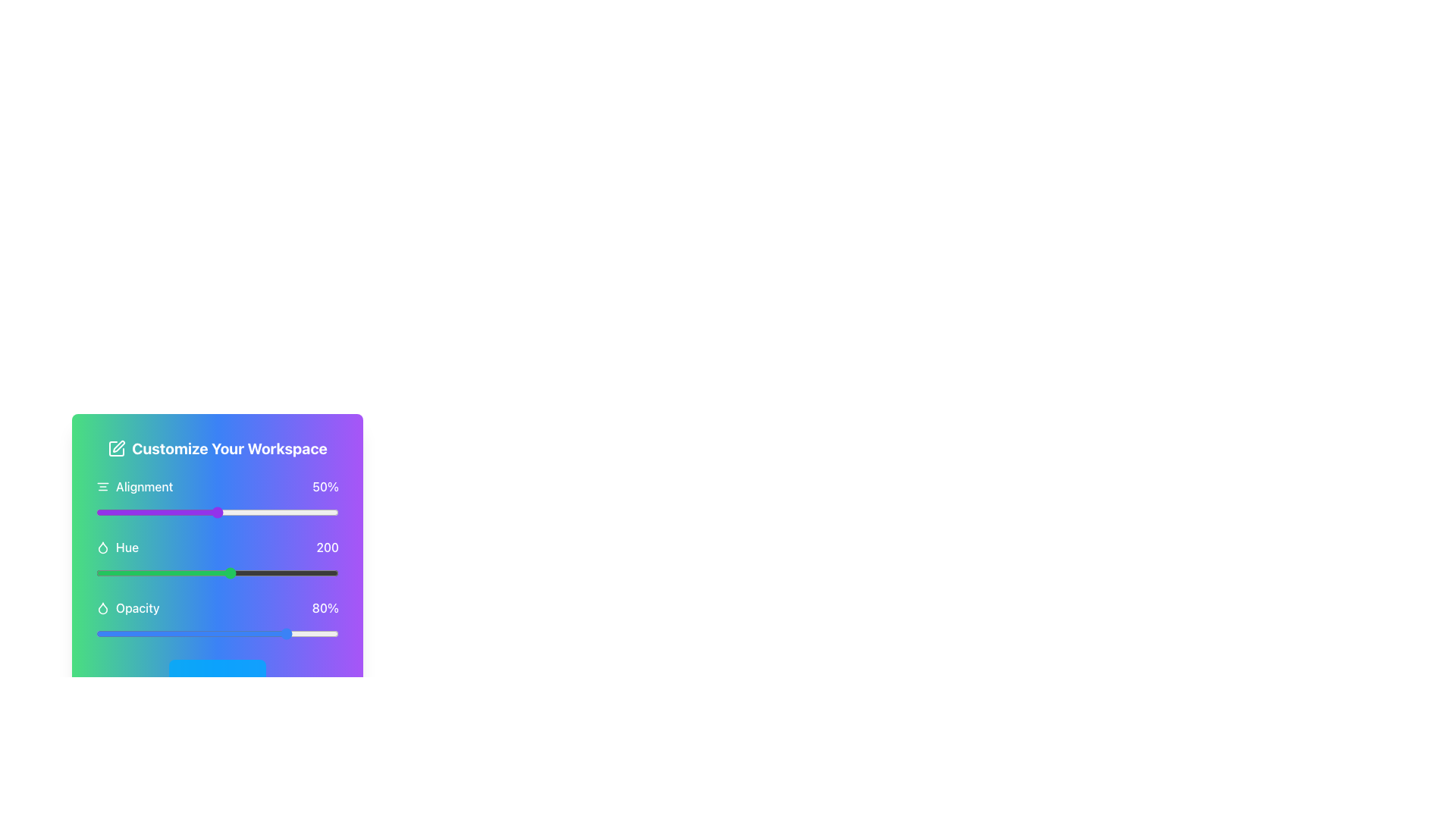 The width and height of the screenshot is (1456, 819). Describe the element at coordinates (183, 634) in the screenshot. I see `the opacity slider` at that location.